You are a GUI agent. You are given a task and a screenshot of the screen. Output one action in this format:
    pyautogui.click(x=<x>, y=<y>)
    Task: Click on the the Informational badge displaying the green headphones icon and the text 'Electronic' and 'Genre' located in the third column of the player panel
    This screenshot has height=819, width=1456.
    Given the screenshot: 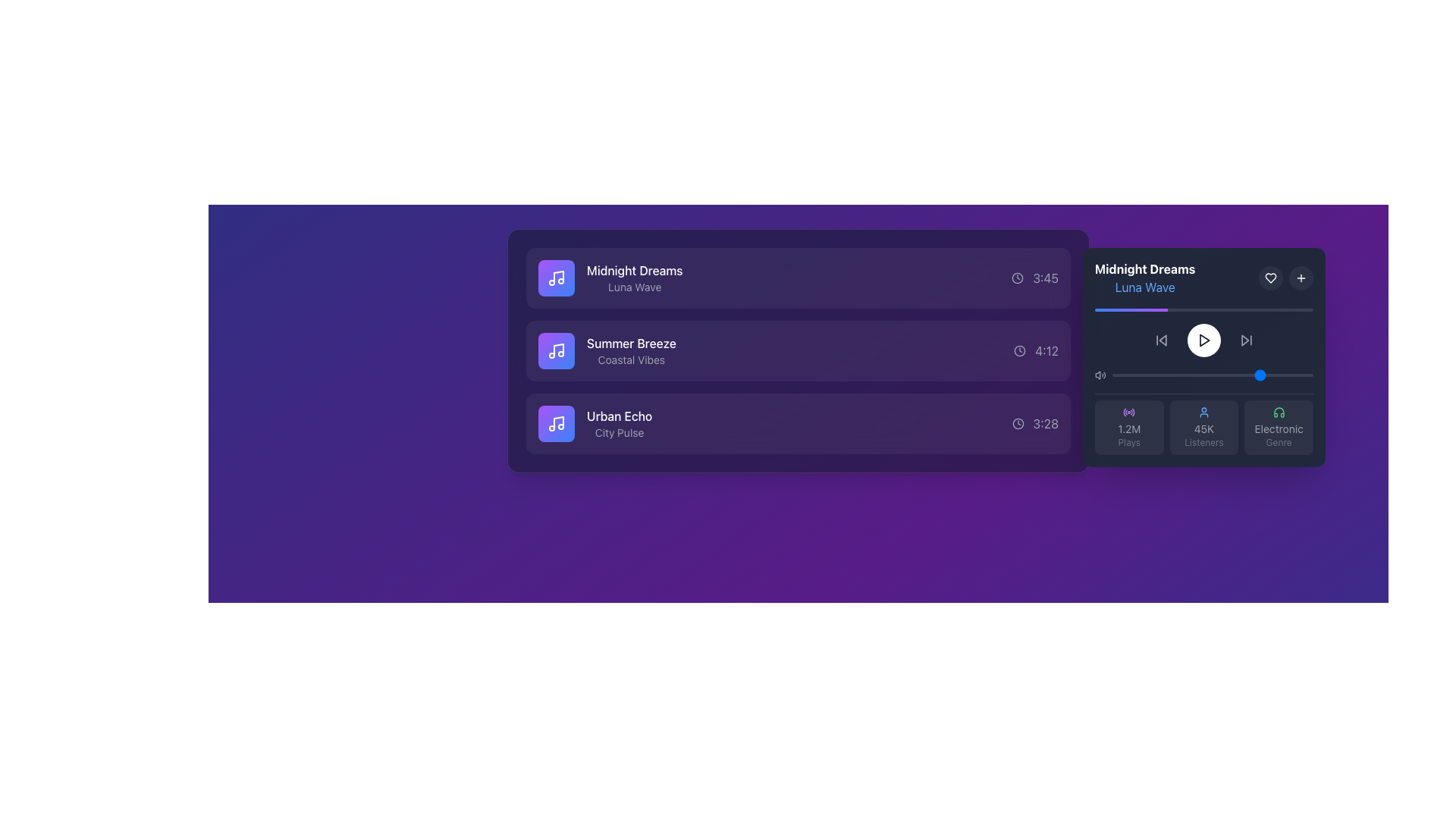 What is the action you would take?
    pyautogui.click(x=1278, y=427)
    